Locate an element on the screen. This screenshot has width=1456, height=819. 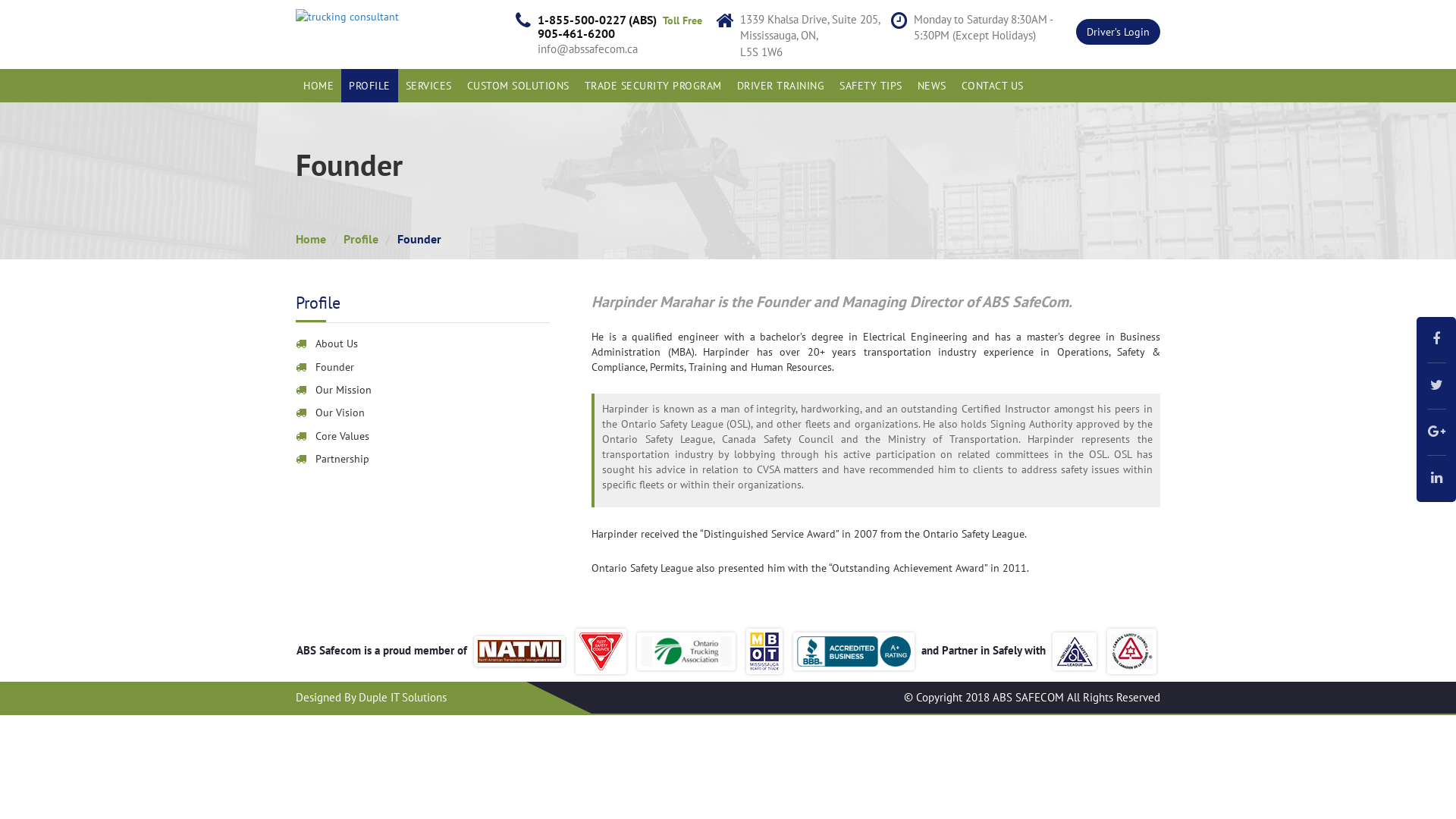
'DRIVER TRAINING' is located at coordinates (729, 85).